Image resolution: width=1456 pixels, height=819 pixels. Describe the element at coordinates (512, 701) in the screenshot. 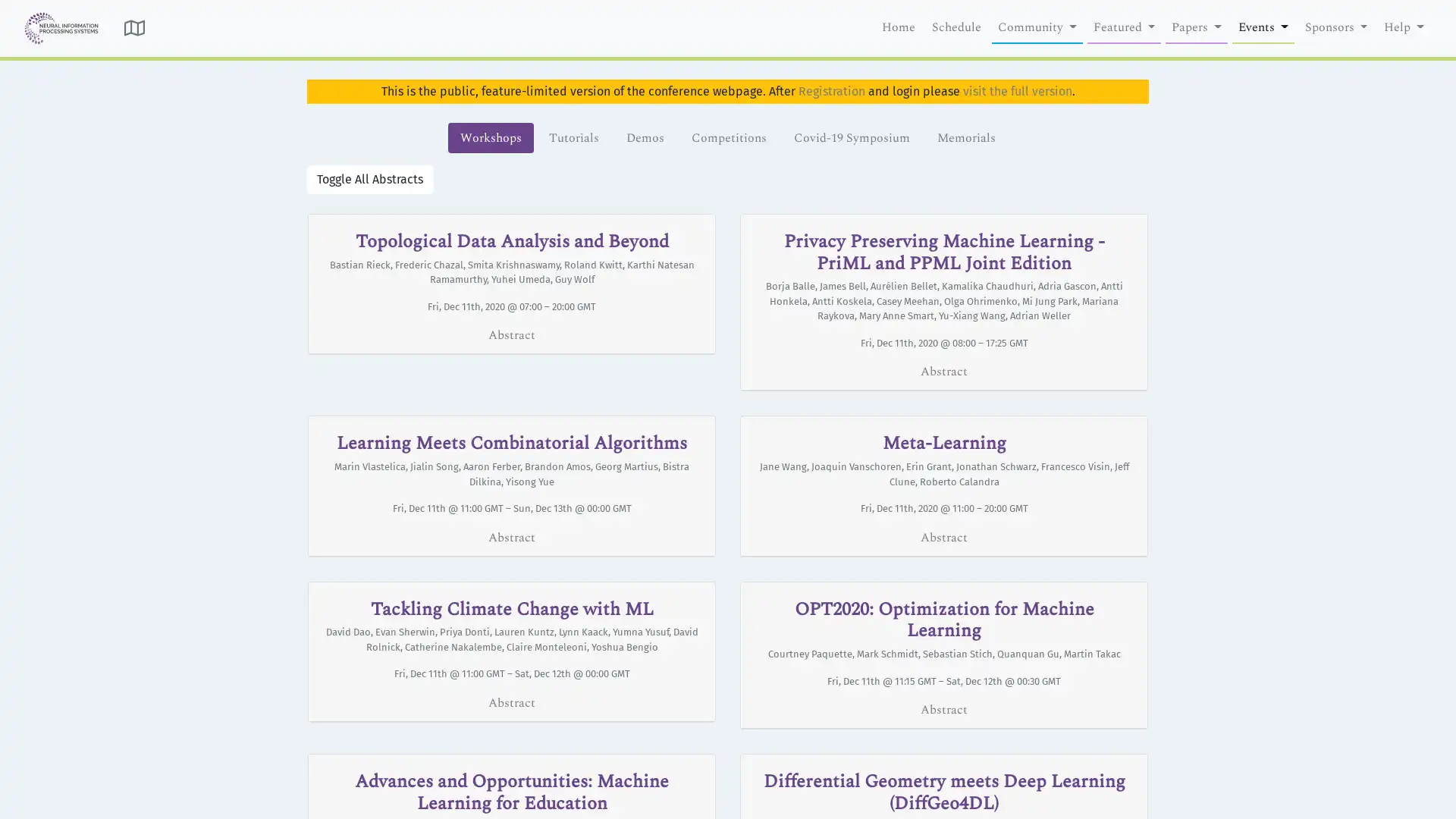

I see `Abstract` at that location.